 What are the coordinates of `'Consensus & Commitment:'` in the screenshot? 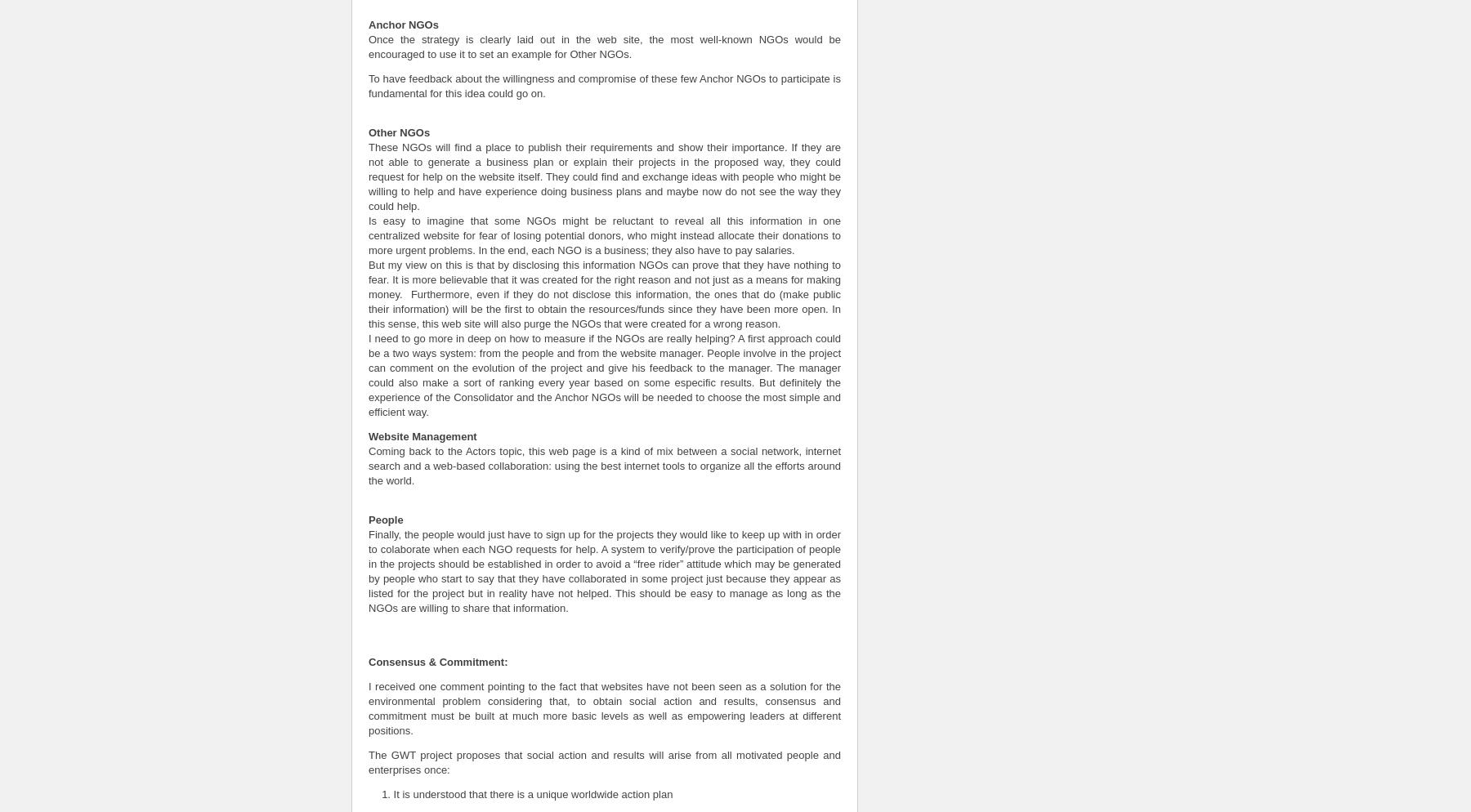 It's located at (368, 661).